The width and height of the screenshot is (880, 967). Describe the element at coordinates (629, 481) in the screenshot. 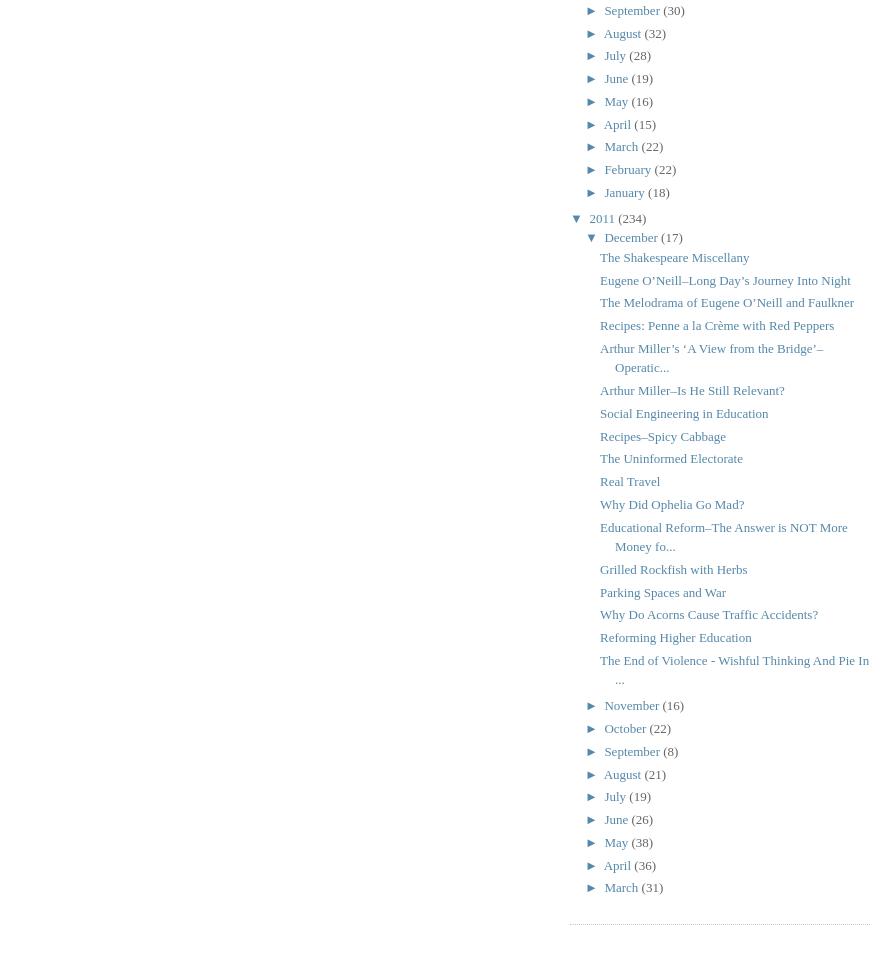

I see `'Real Travel'` at that location.